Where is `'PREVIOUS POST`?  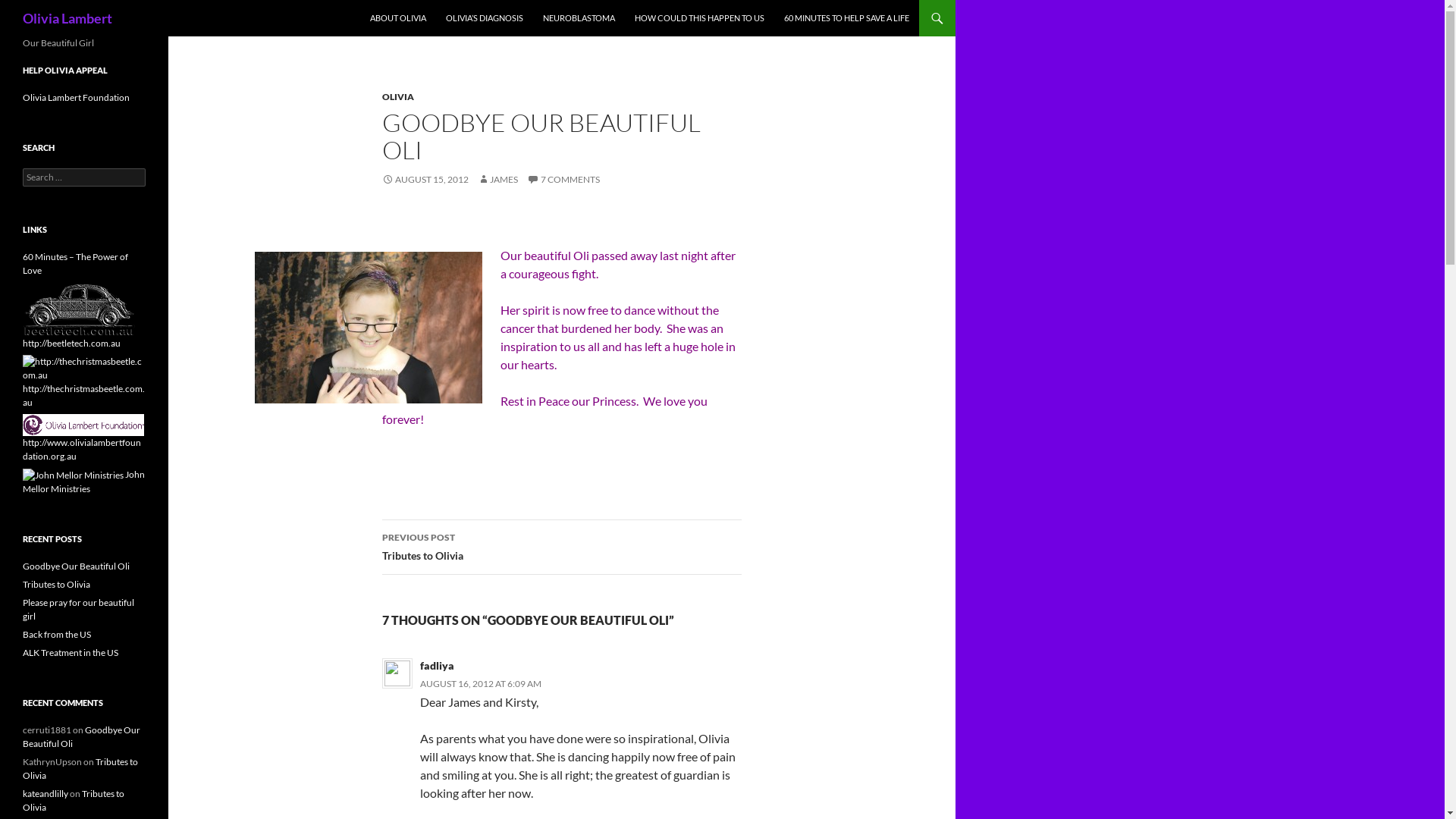 'PREVIOUS POST is located at coordinates (560, 547).